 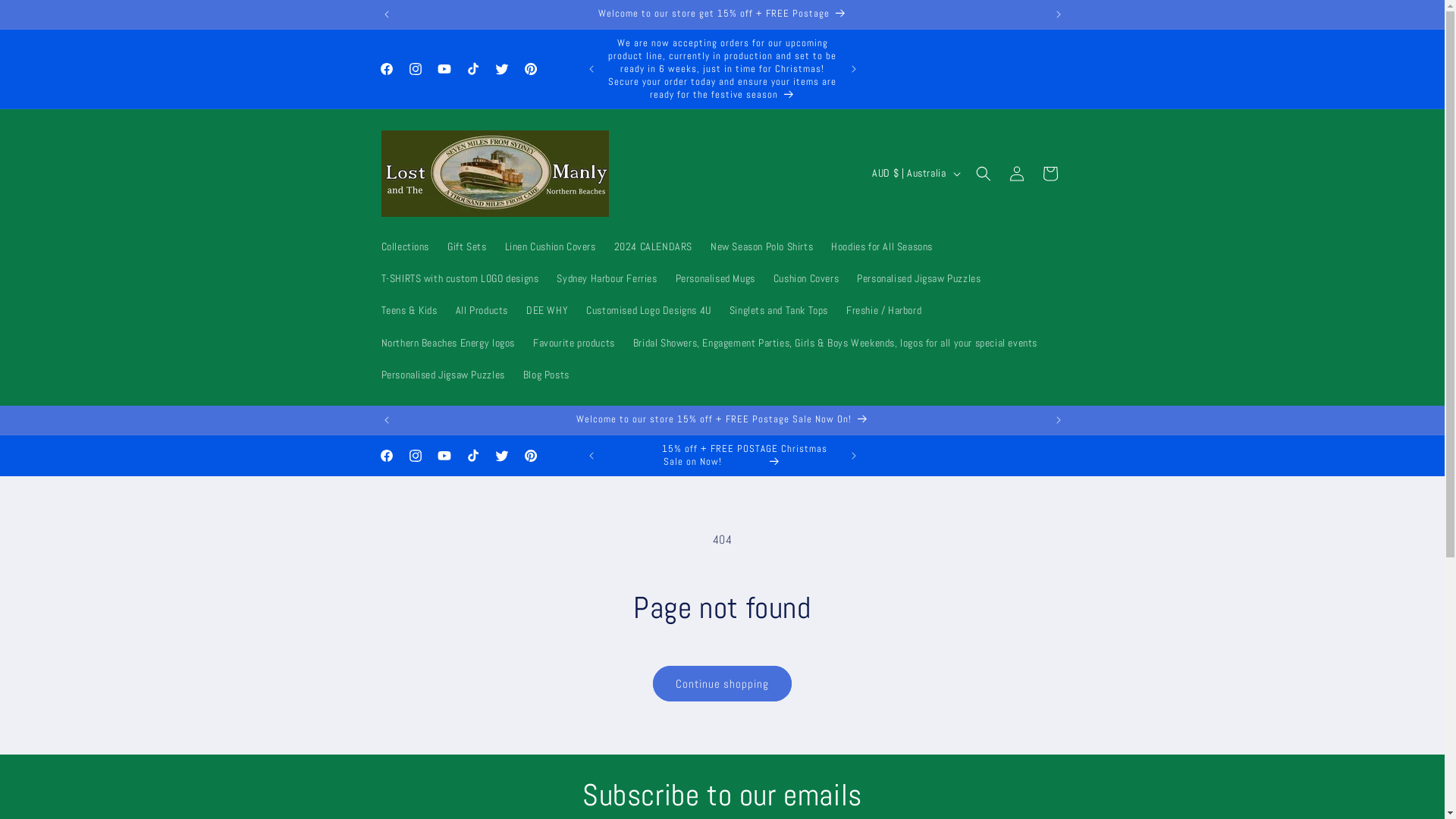 I want to click on 'Linen Cushion Covers', so click(x=549, y=245).